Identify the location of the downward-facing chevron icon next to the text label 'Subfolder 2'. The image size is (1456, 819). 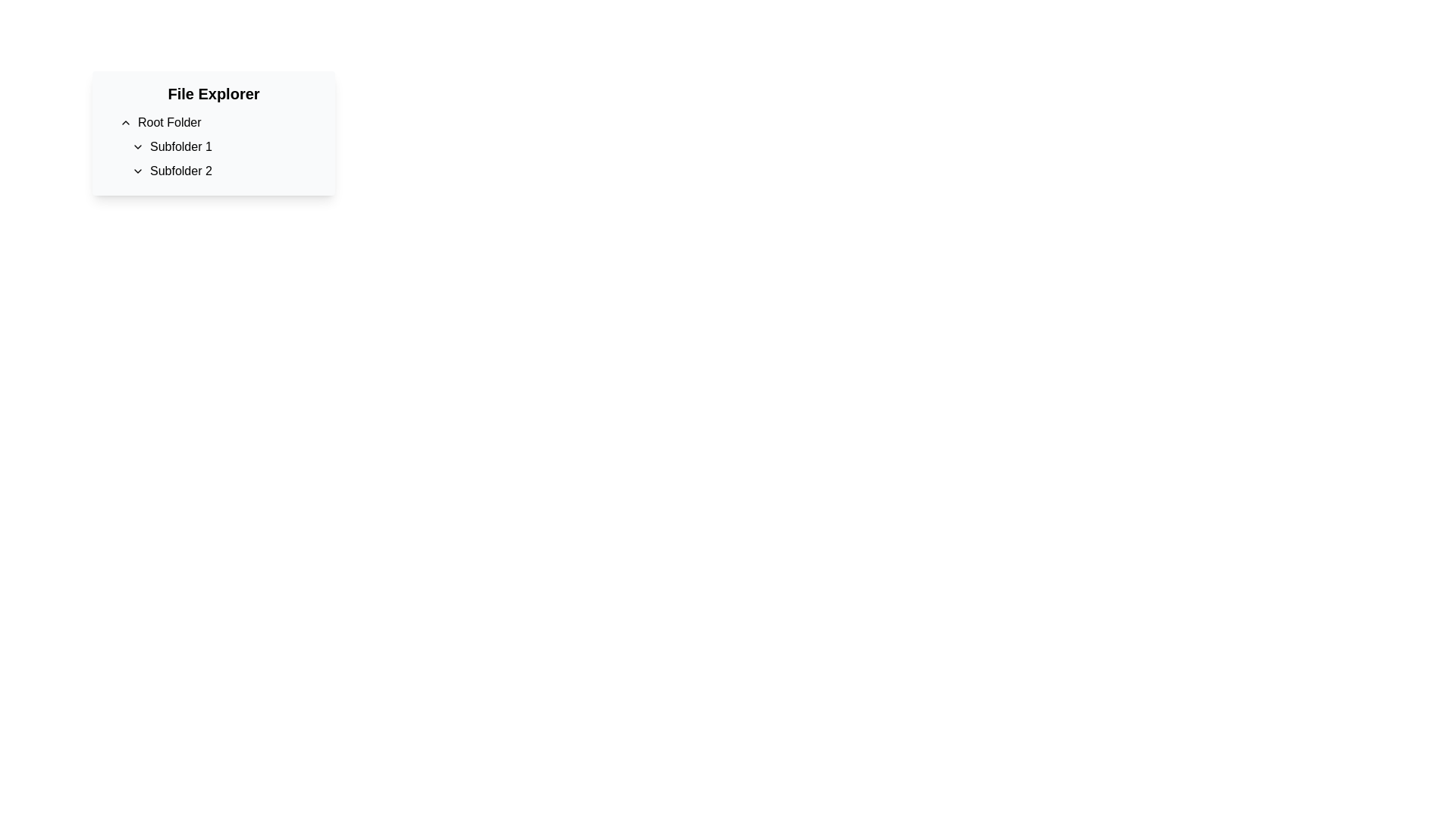
(138, 171).